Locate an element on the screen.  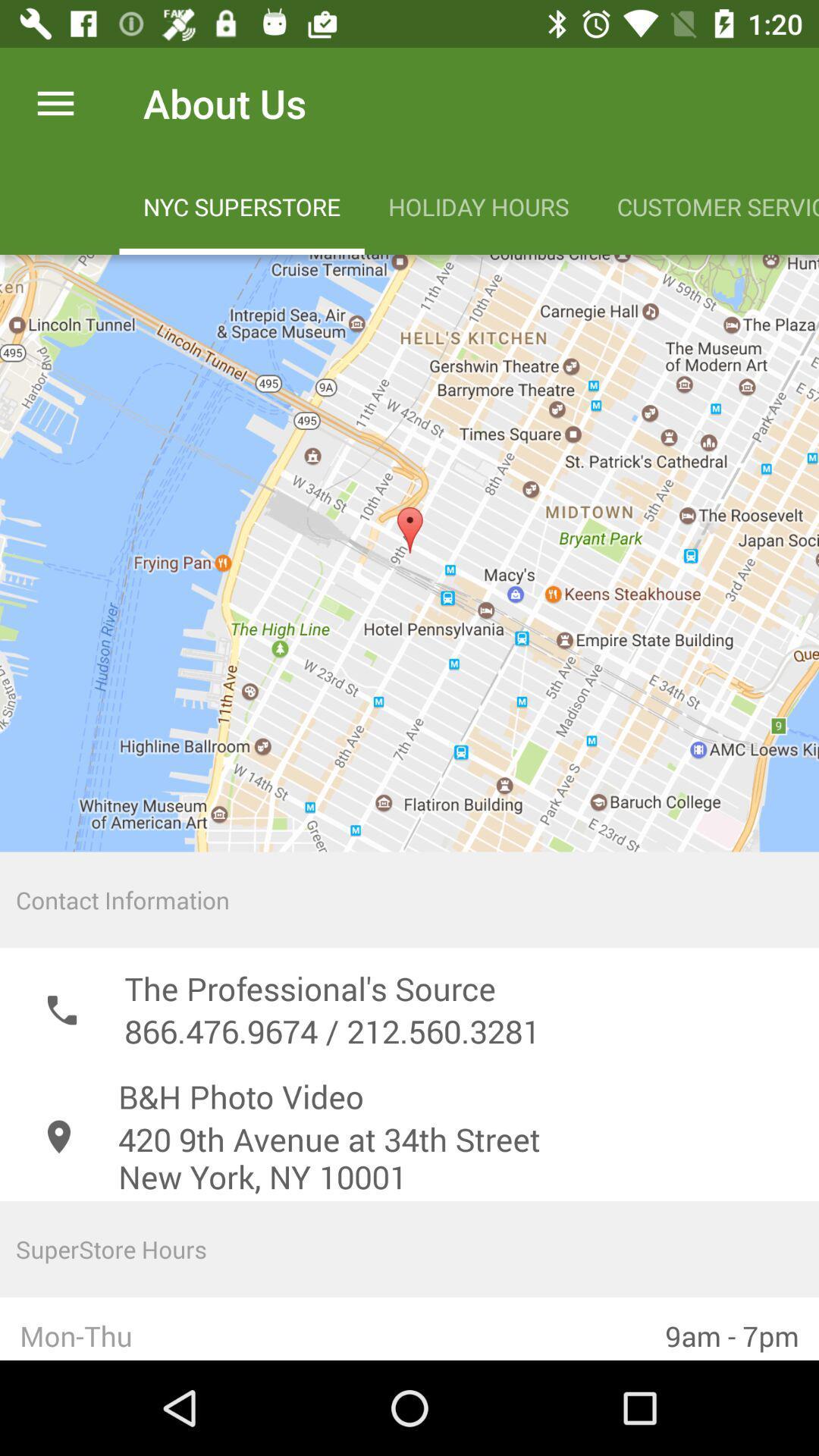
surf the map is located at coordinates (409, 552).